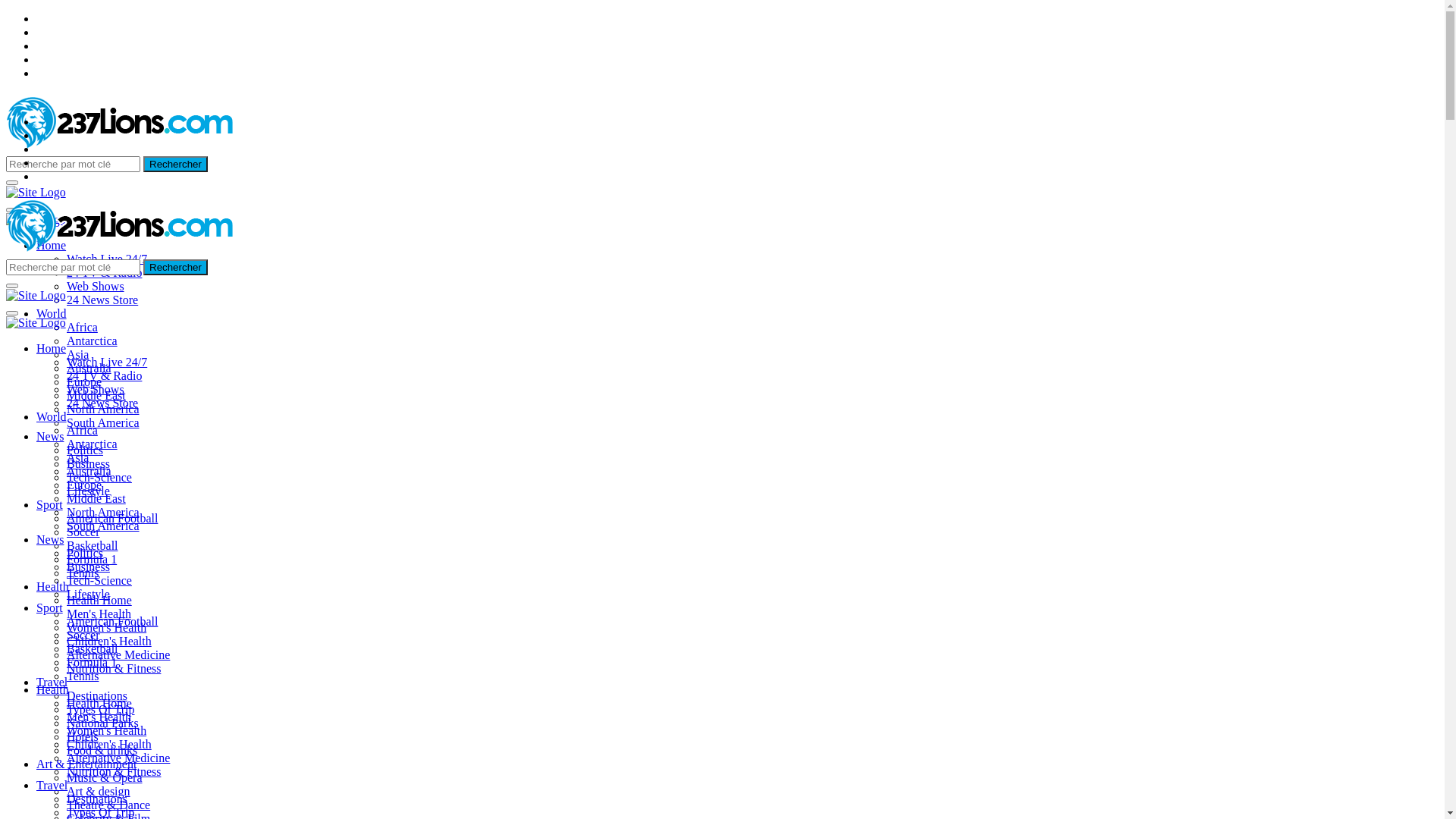 The height and width of the screenshot is (819, 1456). Describe the element at coordinates (65, 667) in the screenshot. I see `'Nutrition & Fitness'` at that location.